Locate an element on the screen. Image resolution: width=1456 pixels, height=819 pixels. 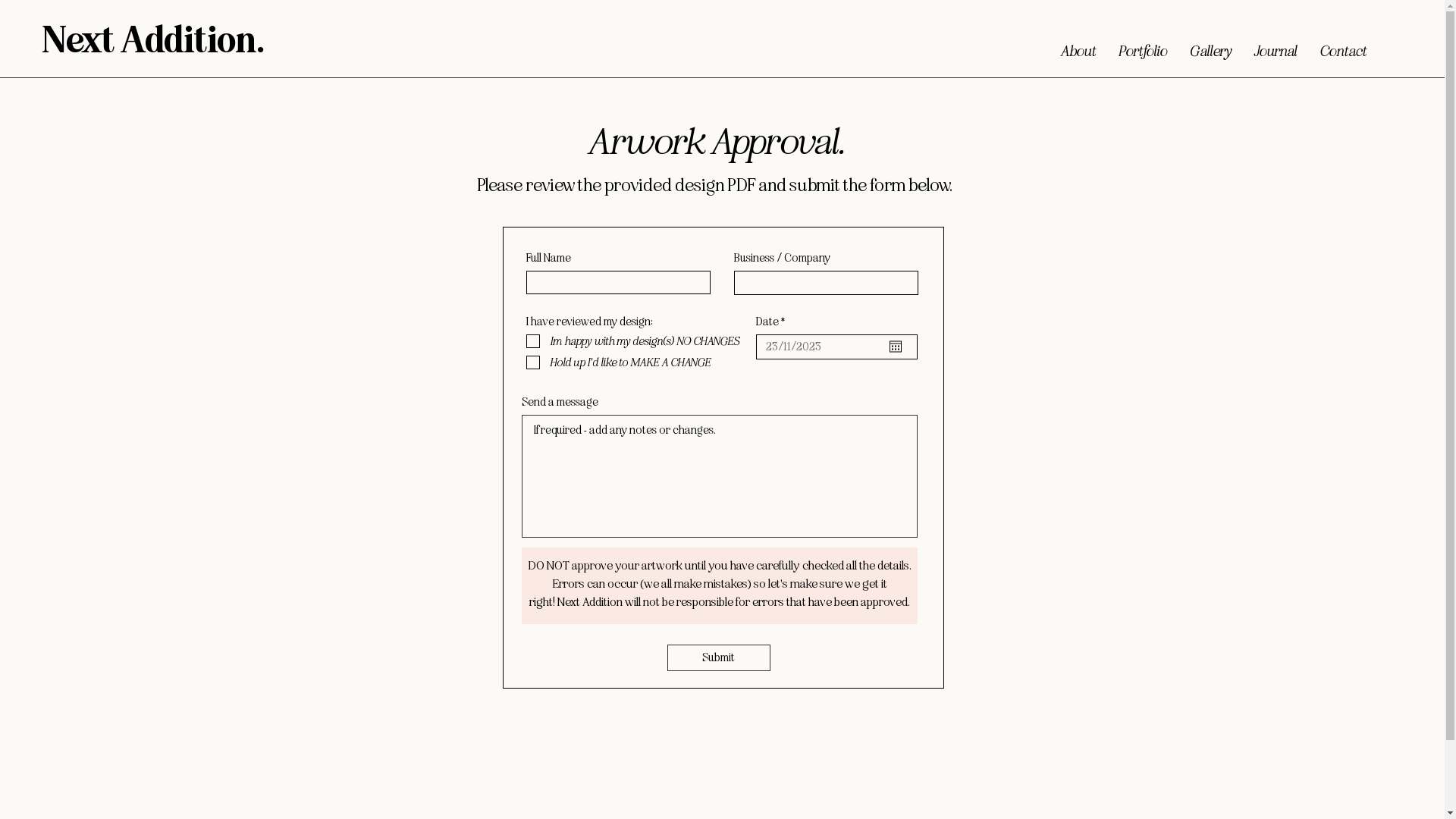
'About' is located at coordinates (1077, 46).